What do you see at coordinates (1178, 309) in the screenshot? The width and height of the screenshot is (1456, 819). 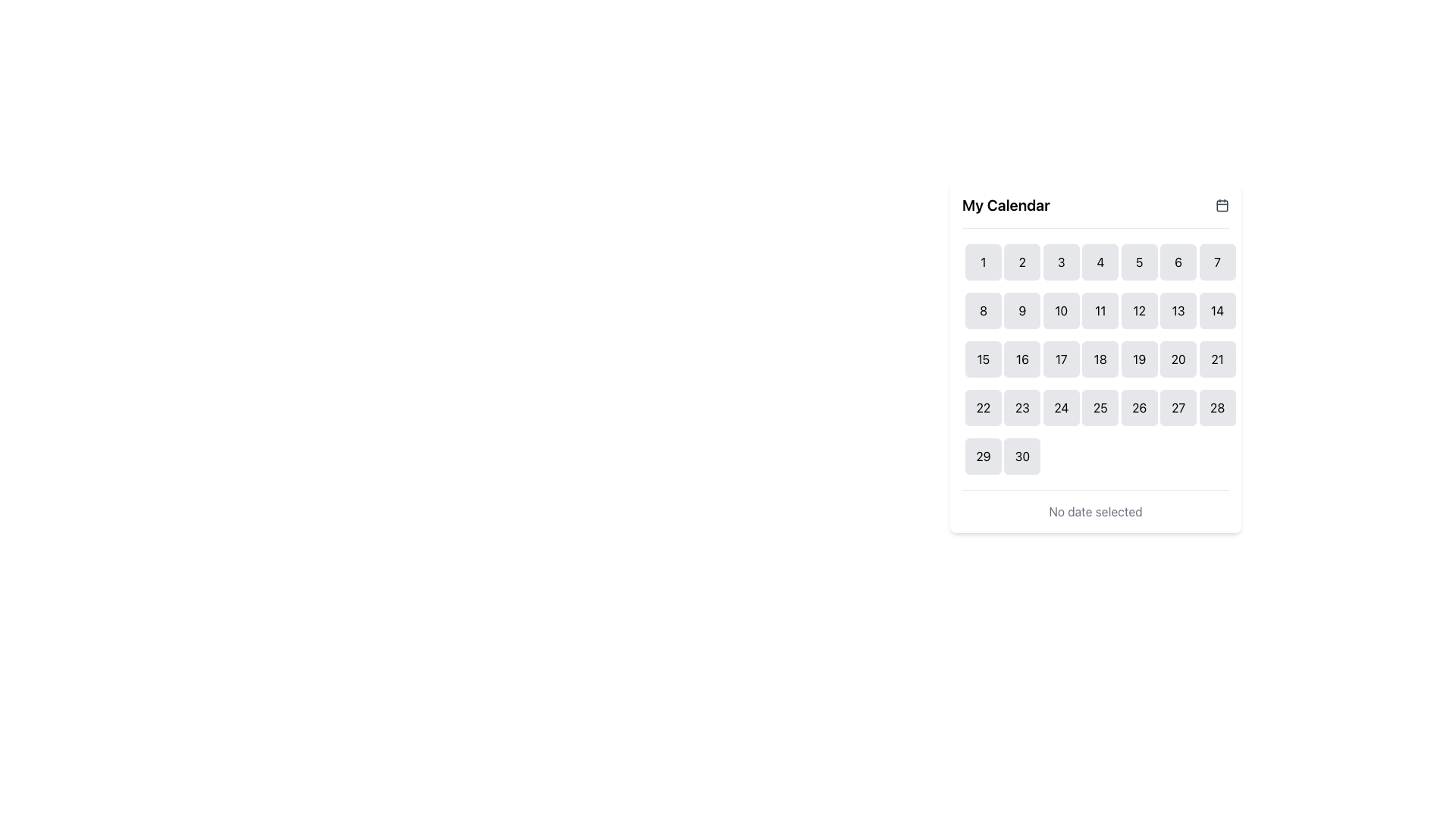 I see `the square button with the number '13' and a light gray background` at bounding box center [1178, 309].